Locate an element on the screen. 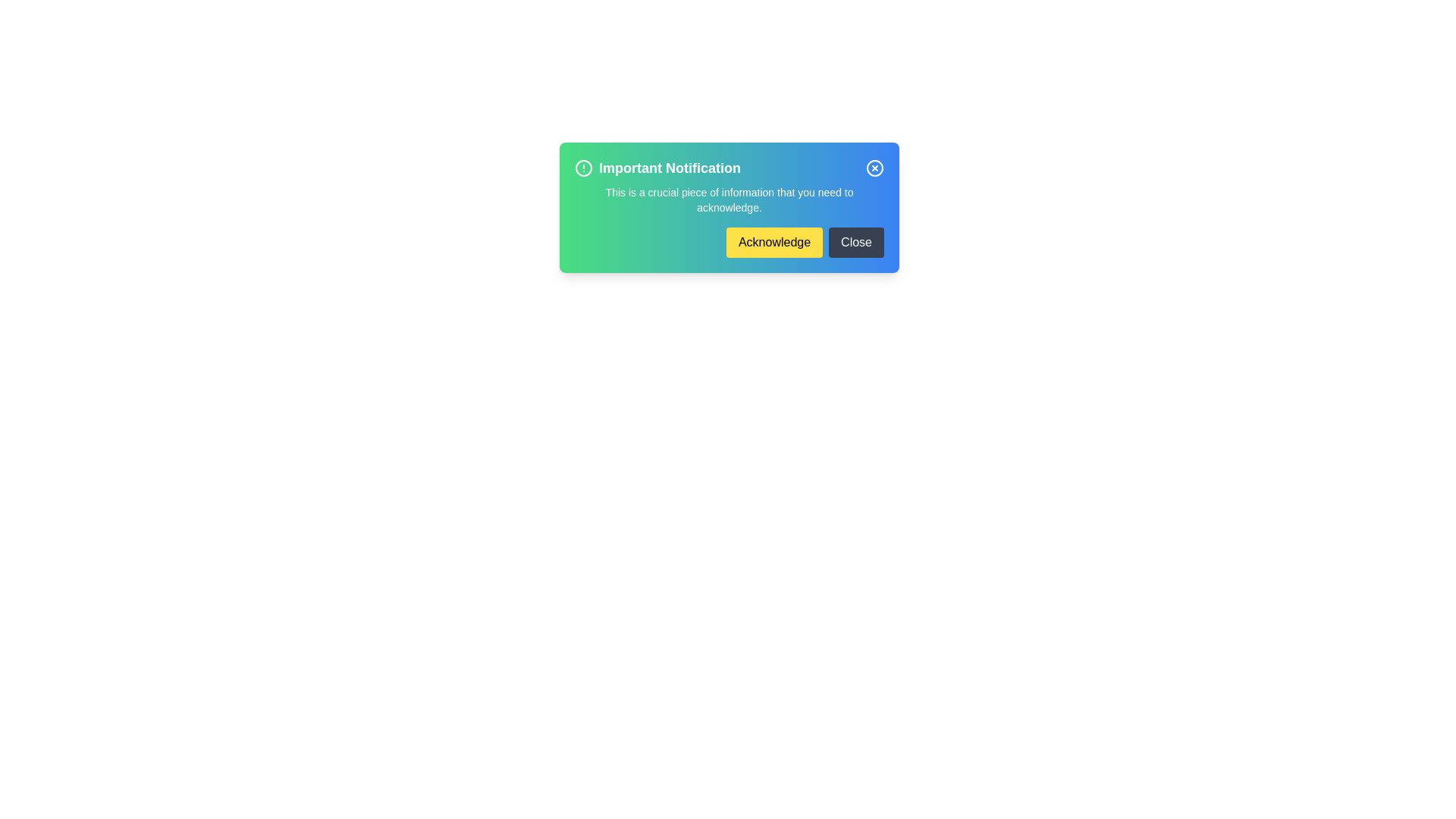 The image size is (1456, 819). text content of the centrally aligned text block within the colorful notification box, which states: 'This is a crucial piece of information that you need to acknowledge.' is located at coordinates (729, 199).